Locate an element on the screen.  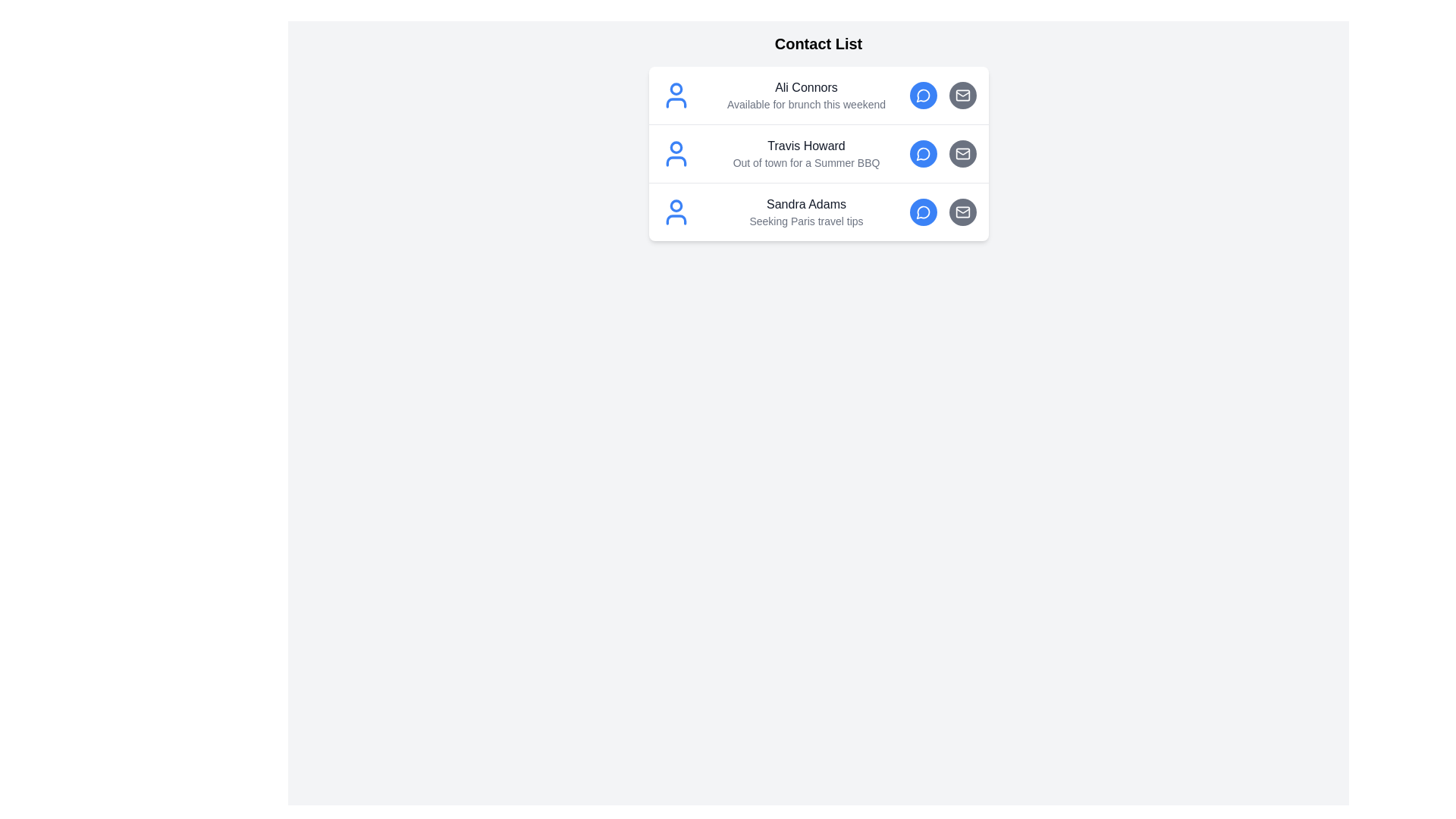
the circular icon button with a speech bubble design, filled with blue color, located as the second interactive icon in the 'Sandra Adams' contact entry row is located at coordinates (922, 212).